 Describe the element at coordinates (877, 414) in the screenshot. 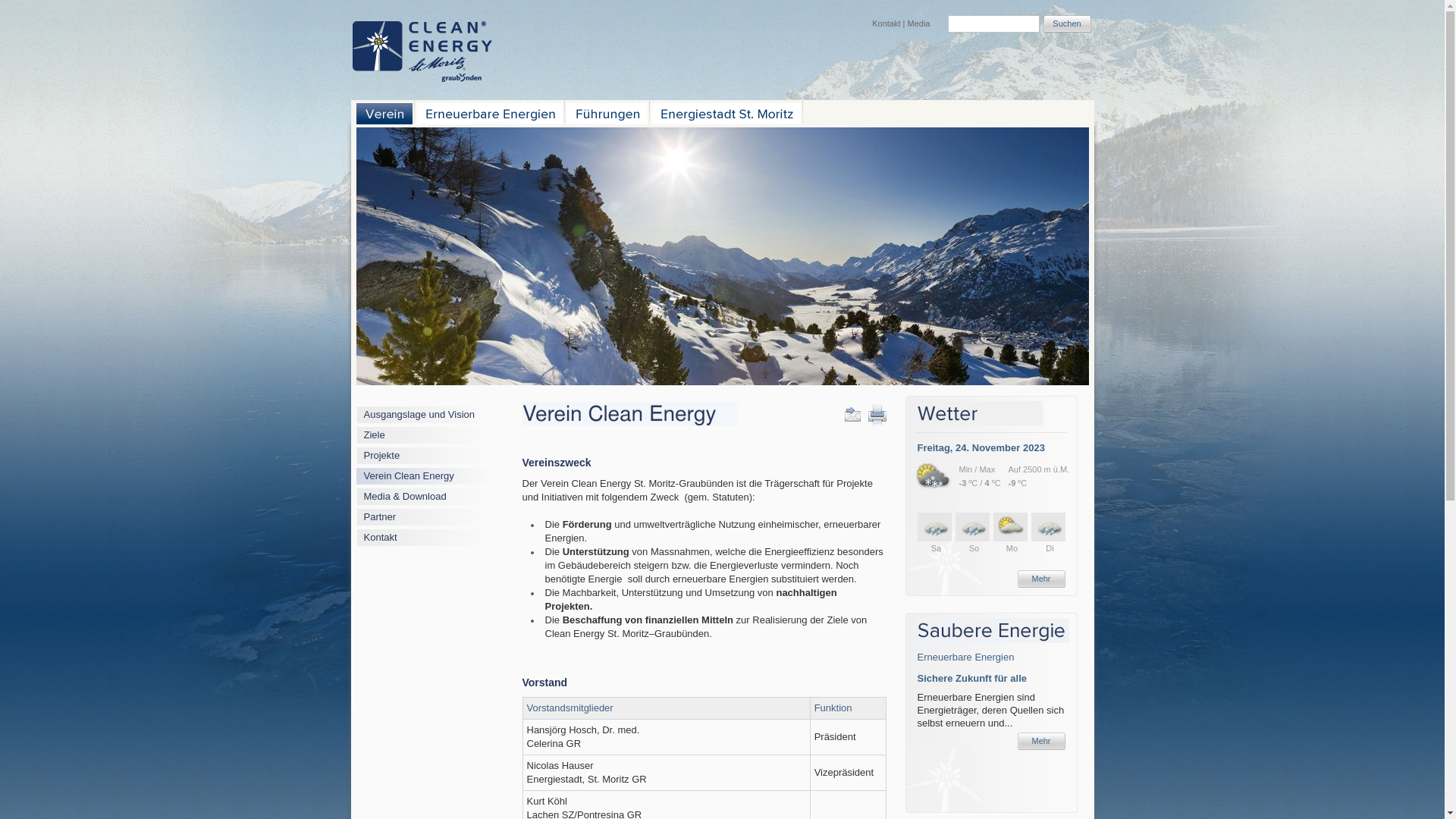

I see `'Seite drucken'` at that location.